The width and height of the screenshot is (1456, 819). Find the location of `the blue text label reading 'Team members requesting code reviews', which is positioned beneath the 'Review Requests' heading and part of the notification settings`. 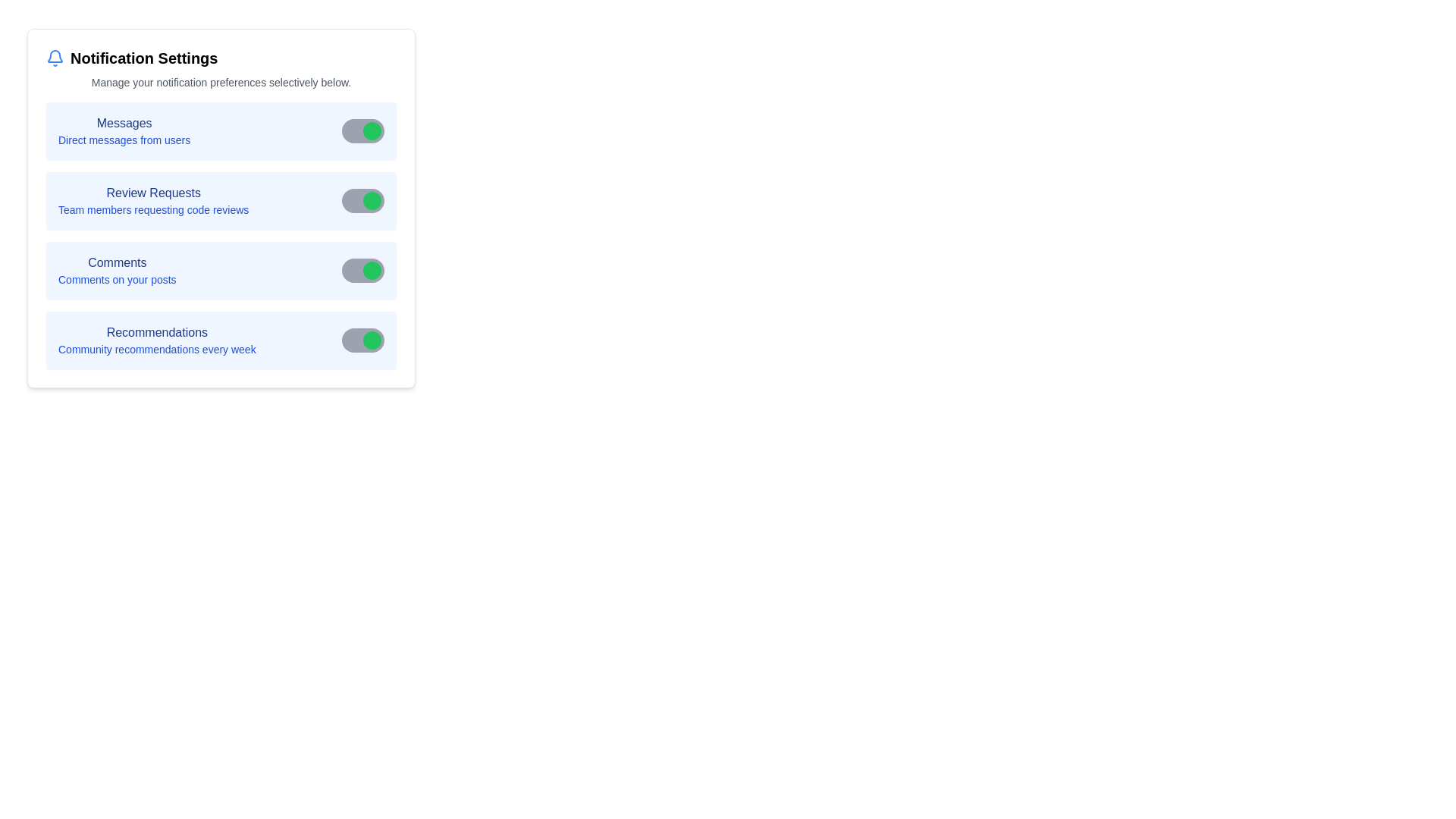

the blue text label reading 'Team members requesting code reviews', which is positioned beneath the 'Review Requests' heading and part of the notification settings is located at coordinates (153, 210).